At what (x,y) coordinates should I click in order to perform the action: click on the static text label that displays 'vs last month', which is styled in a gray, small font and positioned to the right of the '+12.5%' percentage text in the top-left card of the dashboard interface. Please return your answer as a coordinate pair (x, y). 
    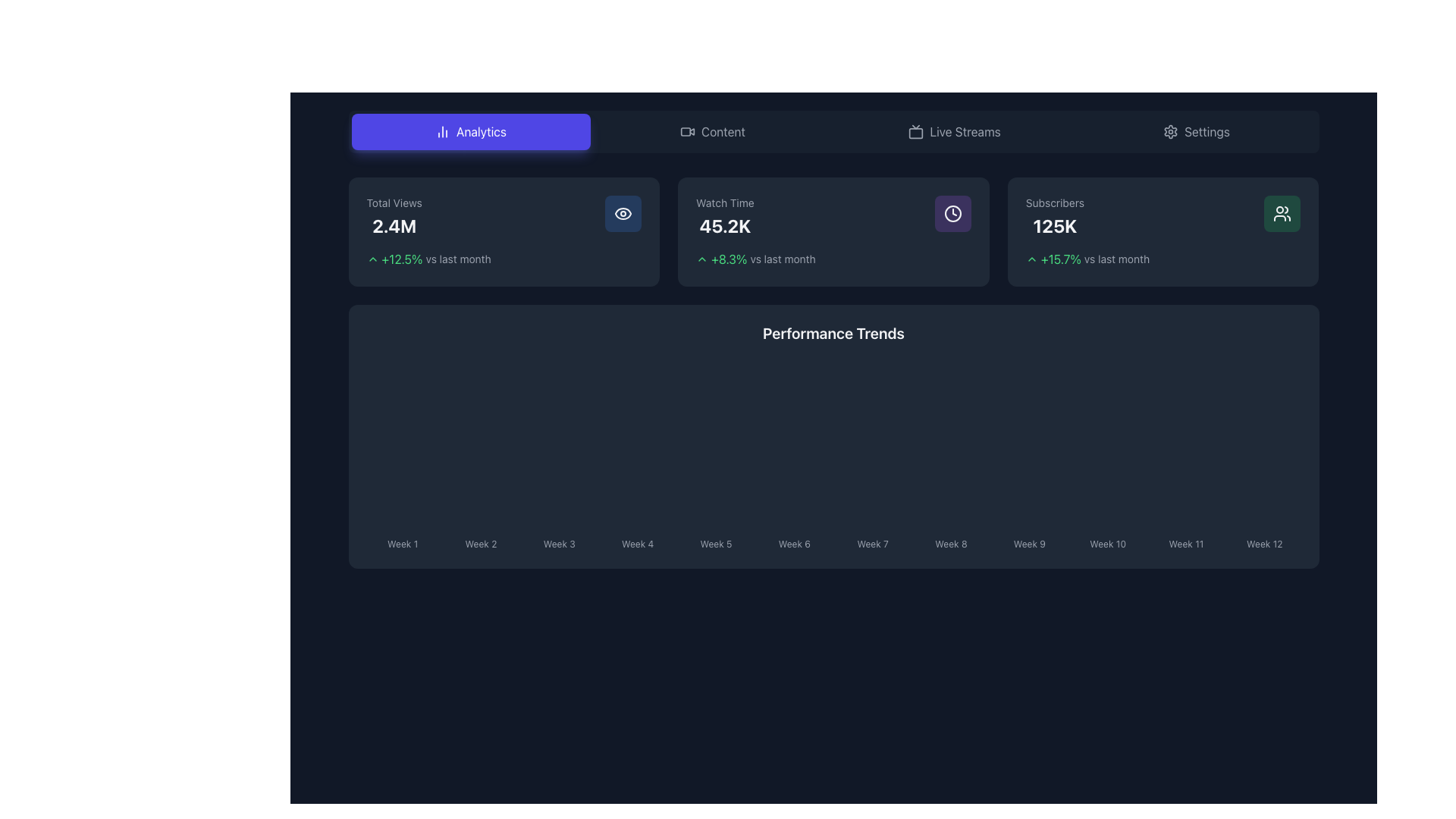
    Looking at the image, I should click on (457, 259).